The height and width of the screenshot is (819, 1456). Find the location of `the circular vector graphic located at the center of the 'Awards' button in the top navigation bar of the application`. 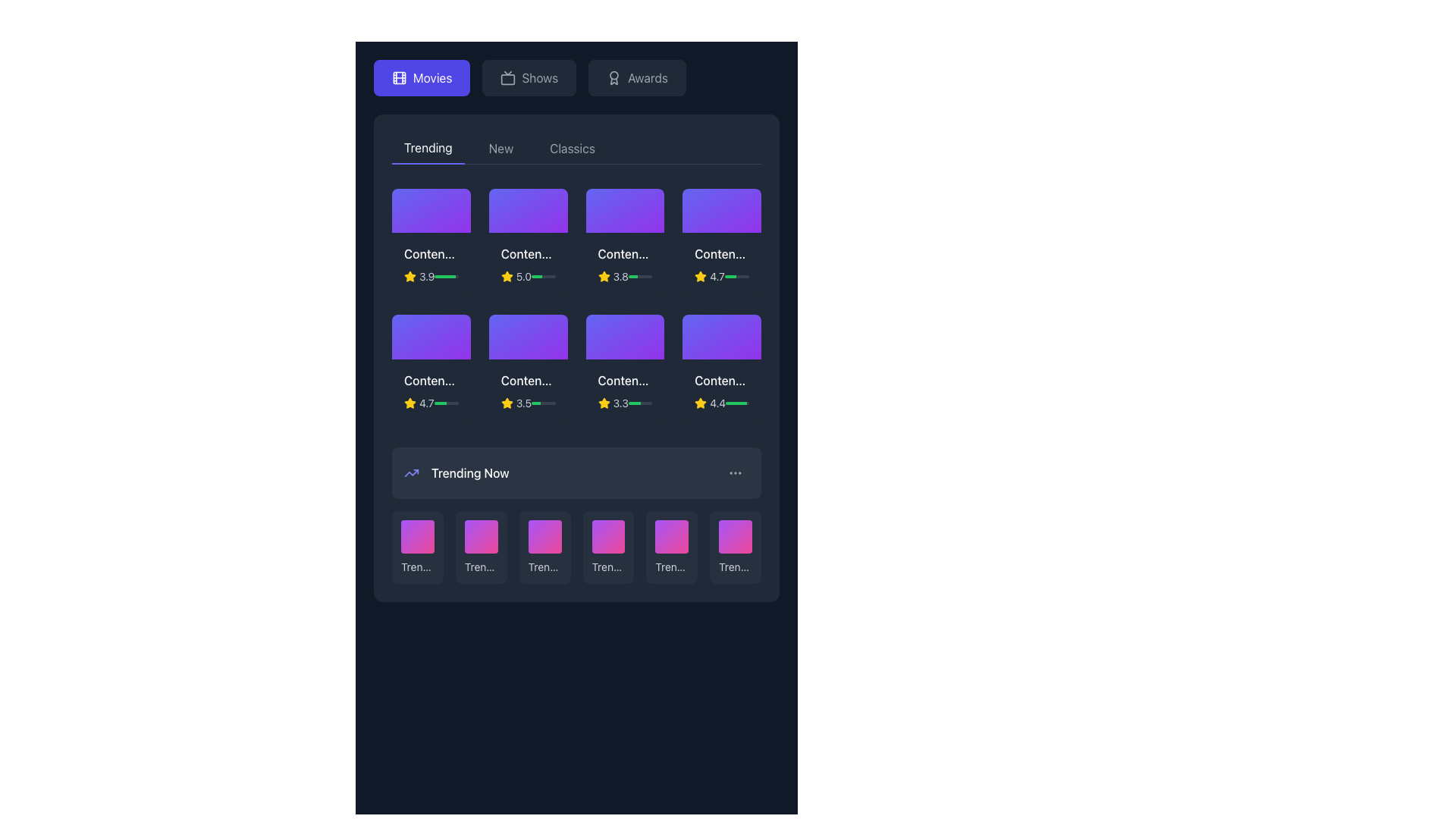

the circular vector graphic located at the center of the 'Awards' button in the top navigation bar of the application is located at coordinates (614, 75).